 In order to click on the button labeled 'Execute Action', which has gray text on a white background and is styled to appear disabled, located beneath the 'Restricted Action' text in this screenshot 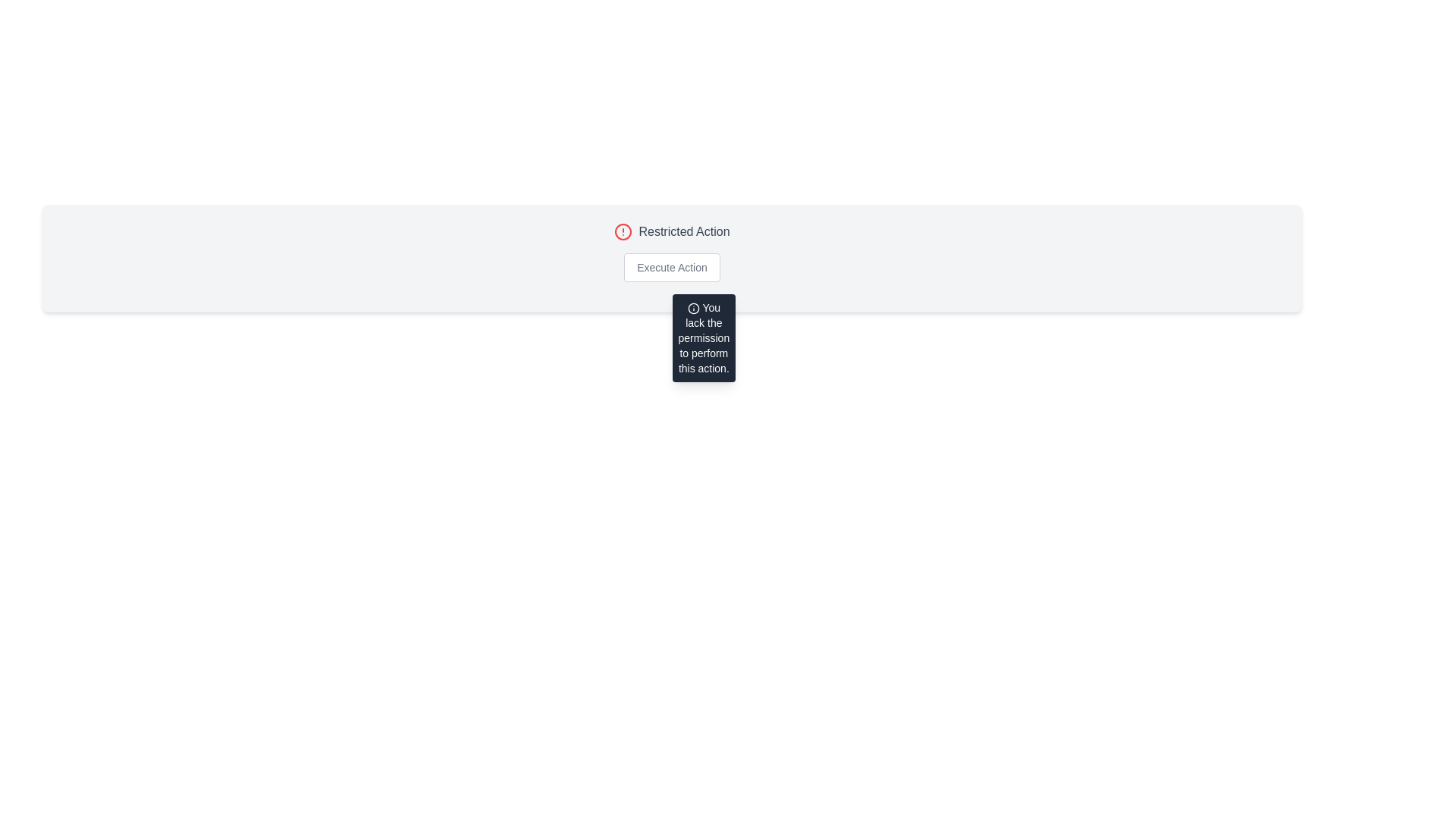, I will do `click(671, 267)`.